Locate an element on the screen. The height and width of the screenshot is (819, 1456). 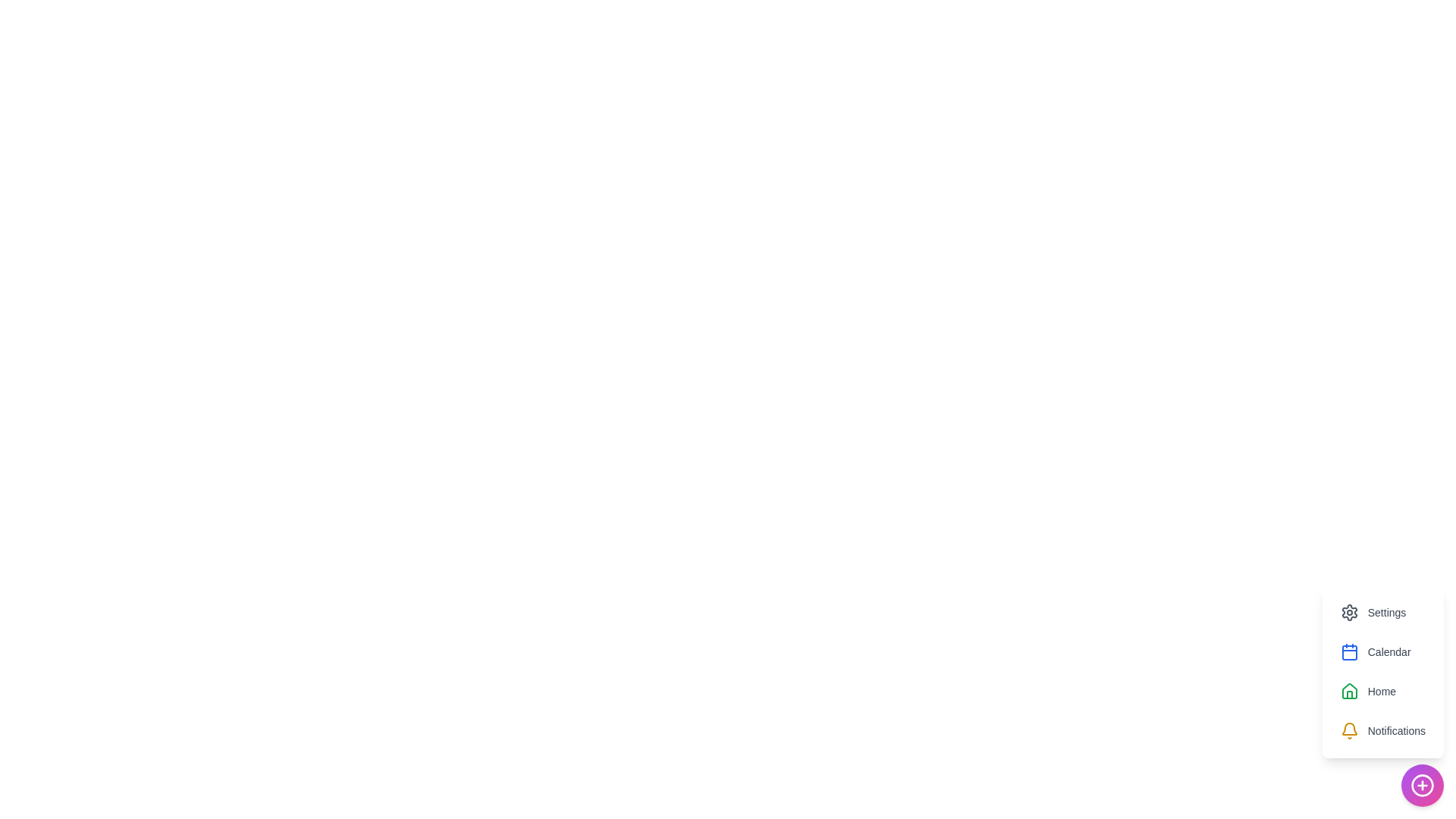
the Calendar option from the menu is located at coordinates (1376, 651).